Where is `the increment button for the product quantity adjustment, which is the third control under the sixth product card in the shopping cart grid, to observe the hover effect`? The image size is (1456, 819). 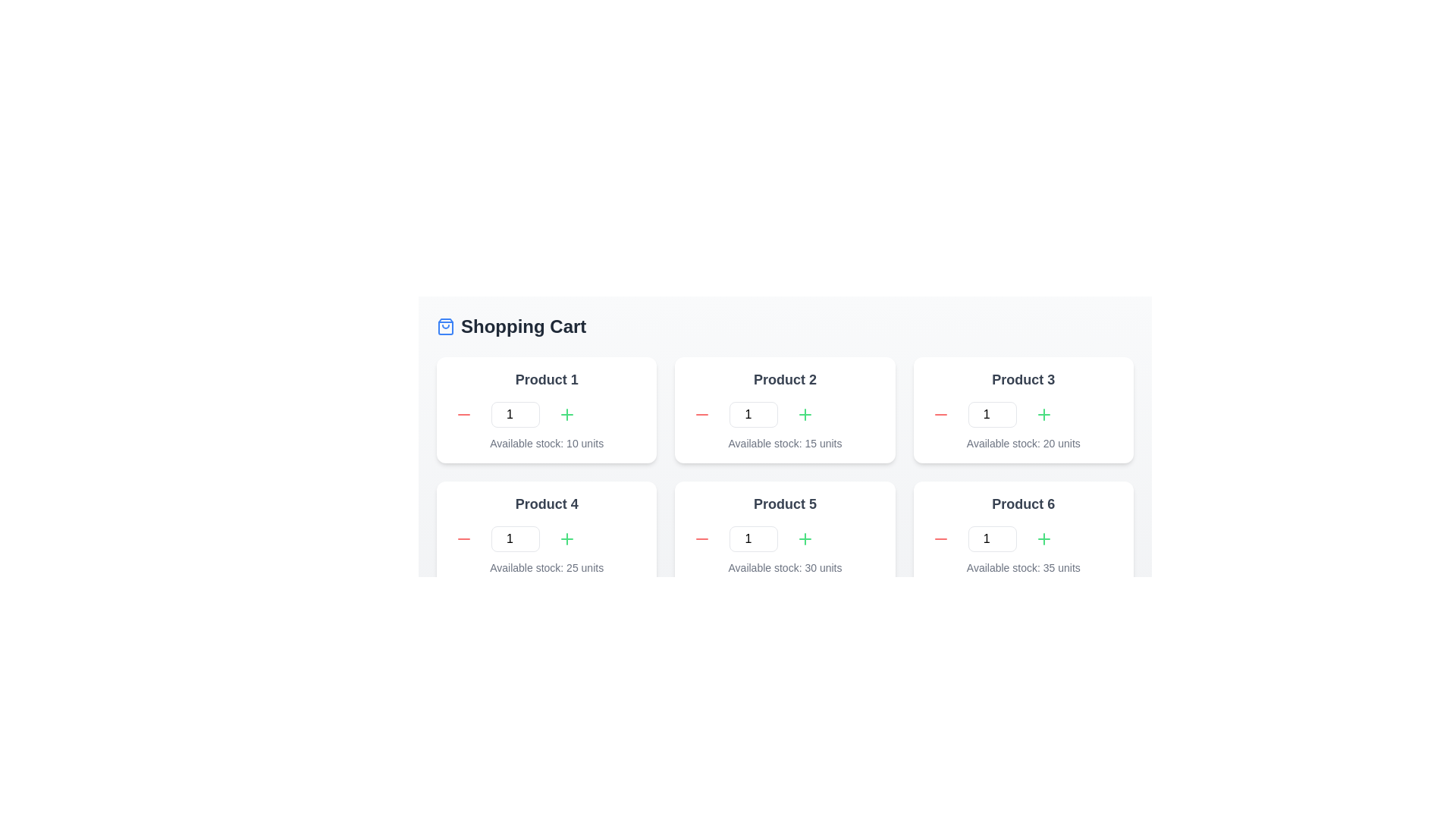
the increment button for the product quantity adjustment, which is the third control under the sixth product card in the shopping cart grid, to observe the hover effect is located at coordinates (1043, 538).